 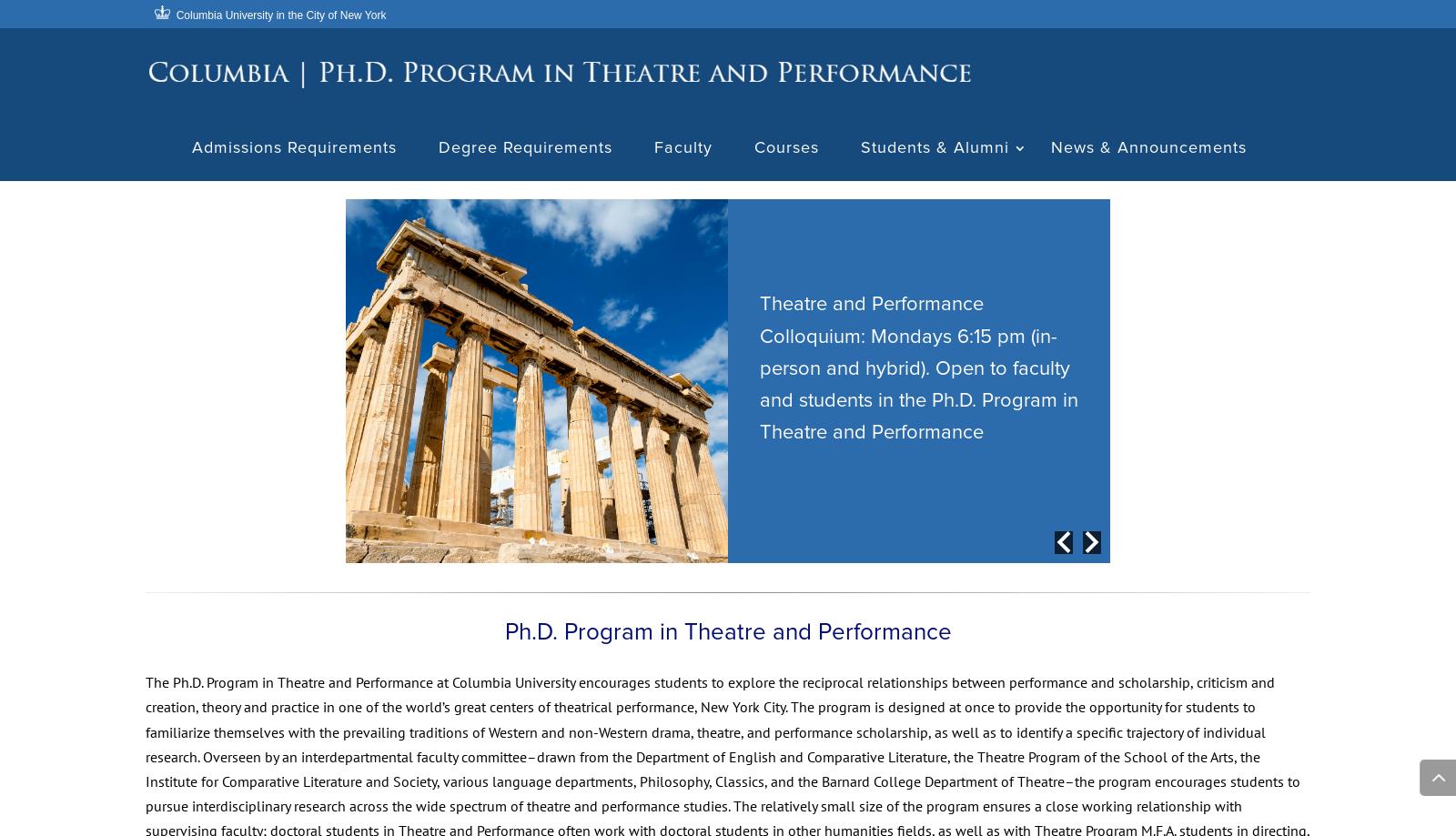 I want to click on 'Ph.D. Program in Theatre and Performance', so click(x=727, y=636).